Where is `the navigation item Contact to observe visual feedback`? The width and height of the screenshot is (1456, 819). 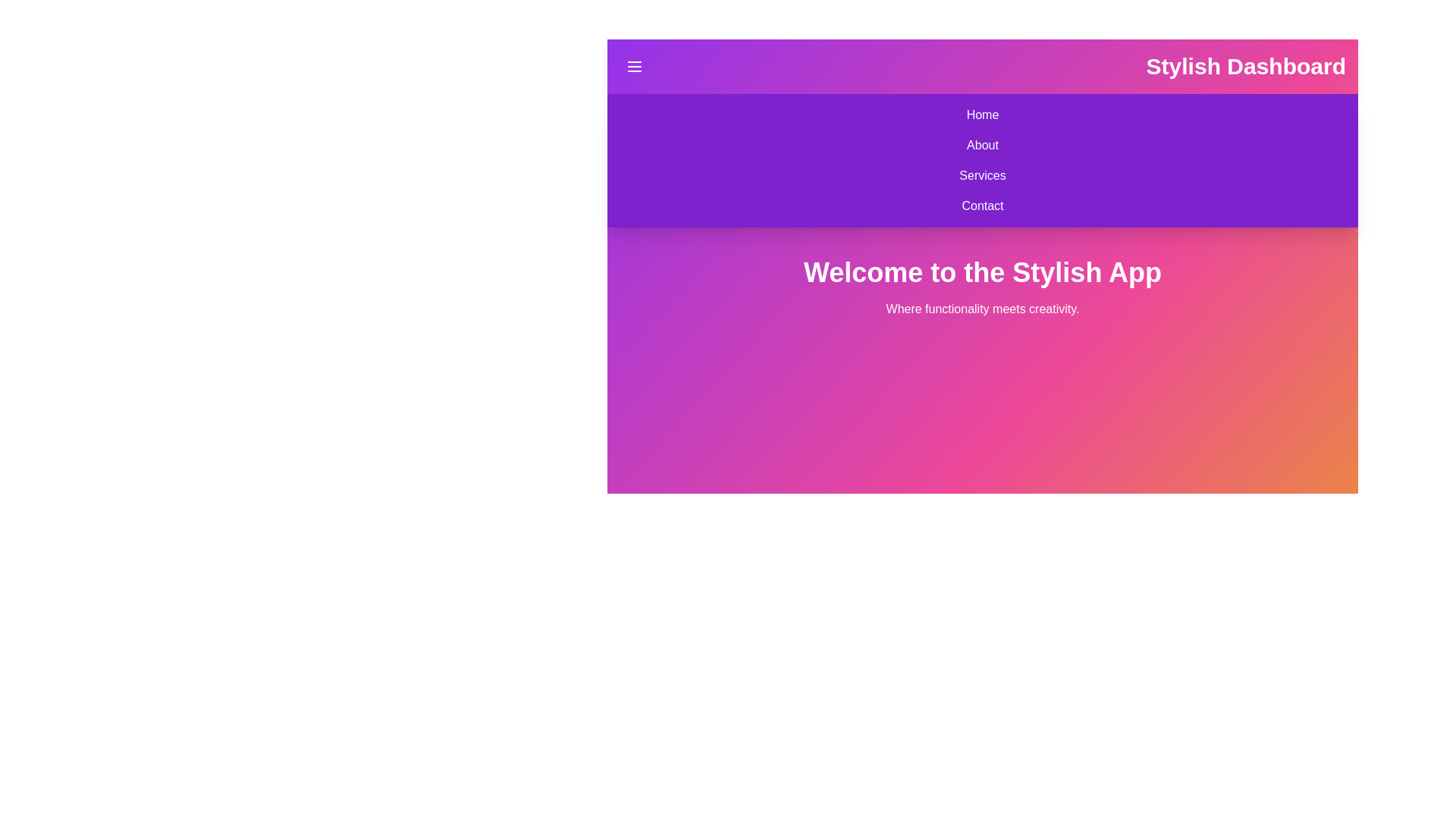 the navigation item Contact to observe visual feedback is located at coordinates (983, 206).